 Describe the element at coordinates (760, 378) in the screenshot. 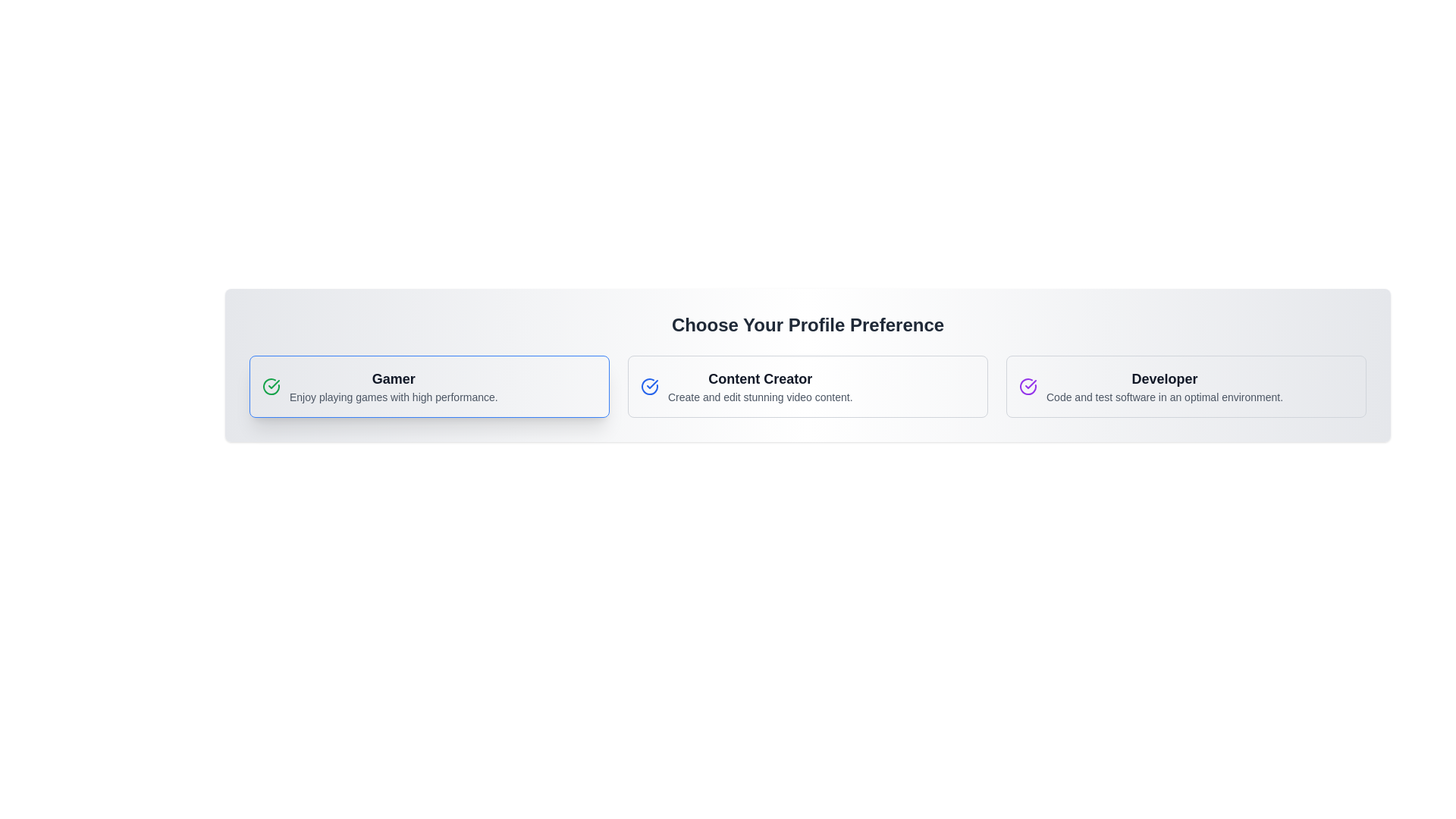

I see `the Text label that serves as the title for the 'Content Creator' profile option, positioned centrally between 'Gamer' and 'Developer' profile options` at that location.